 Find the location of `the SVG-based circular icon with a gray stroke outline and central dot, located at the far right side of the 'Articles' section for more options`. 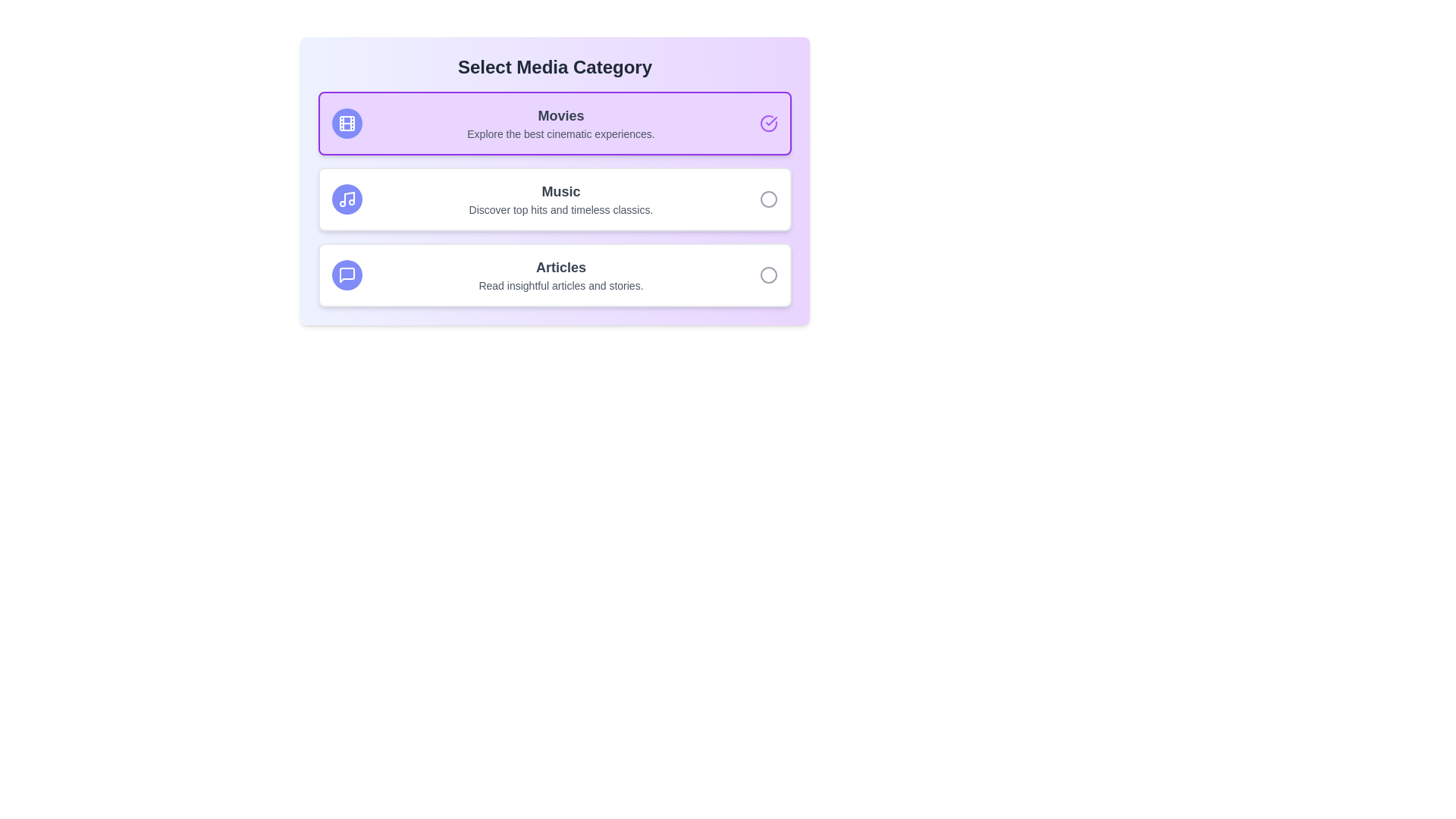

the SVG-based circular icon with a gray stroke outline and central dot, located at the far right side of the 'Articles' section for more options is located at coordinates (768, 275).